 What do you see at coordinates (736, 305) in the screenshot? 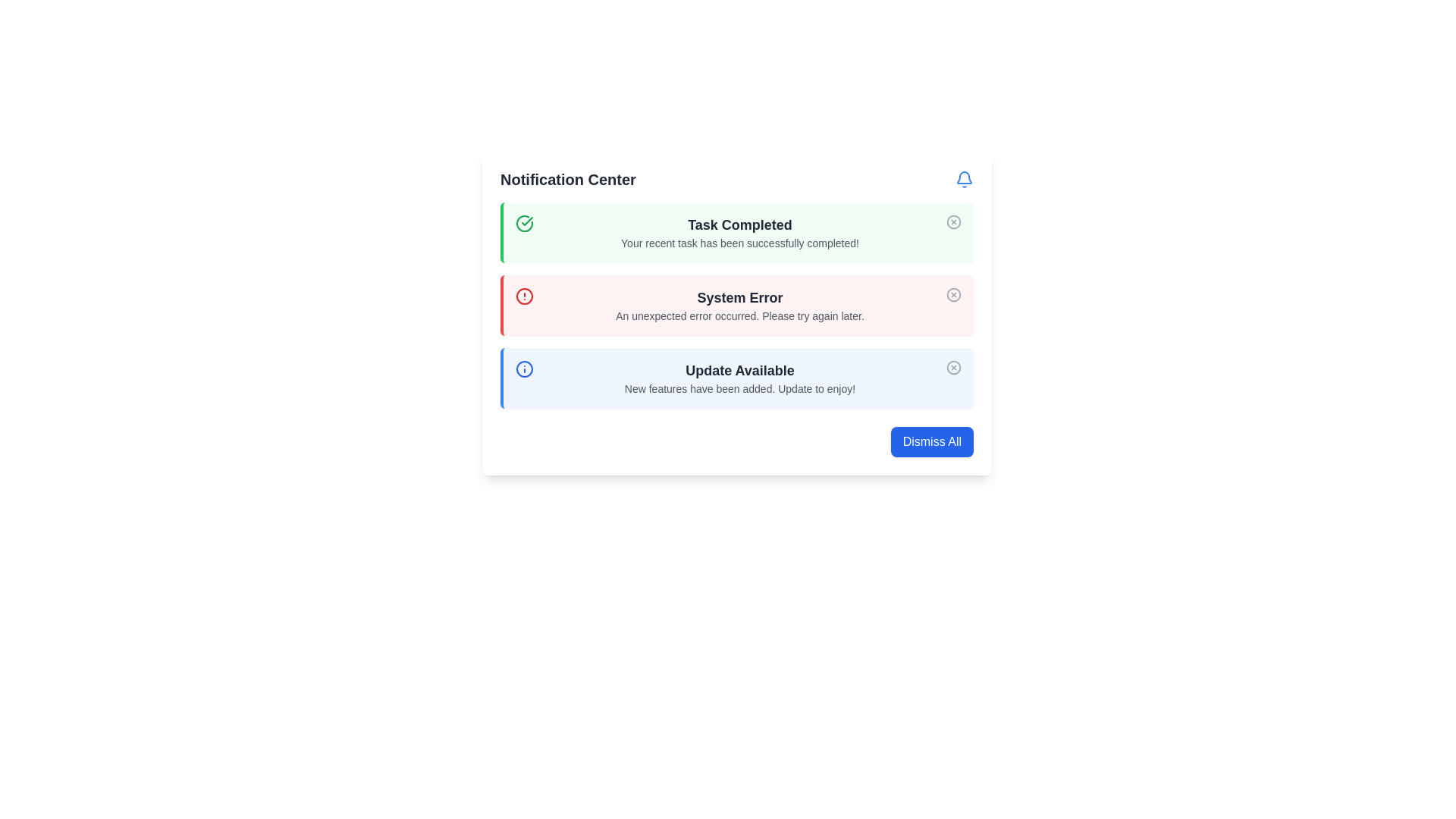
I see `displayed information from the Notification box containing the text 'System Error' and its description 'An unexpected error occurred. Please try again later.'` at bounding box center [736, 305].